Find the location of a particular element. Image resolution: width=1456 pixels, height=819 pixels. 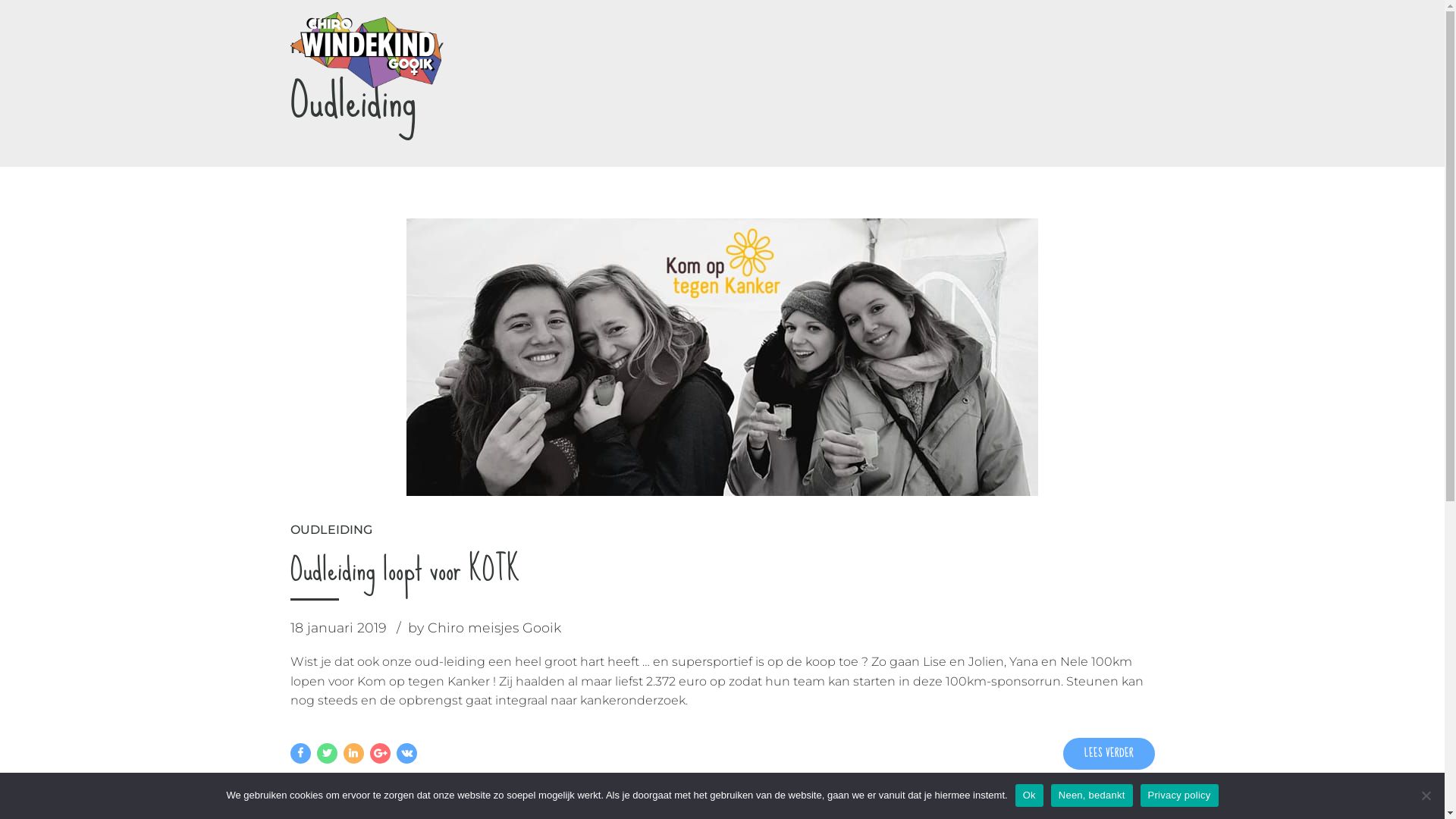

'by Chiro meisjes Gooik' is located at coordinates (407, 628).